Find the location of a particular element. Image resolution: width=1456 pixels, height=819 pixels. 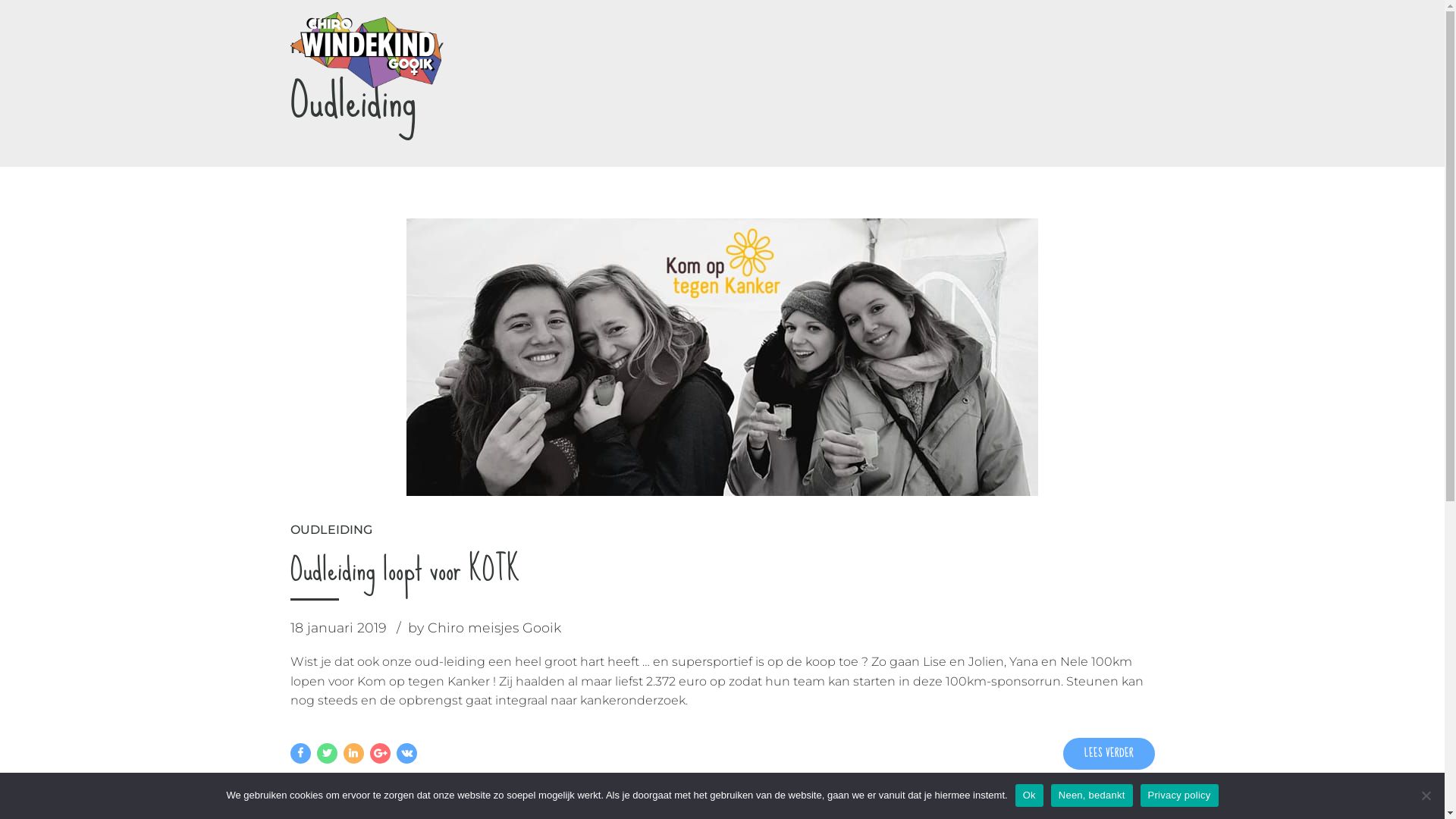

'by Chiro meisjes Gooik' is located at coordinates (407, 628).